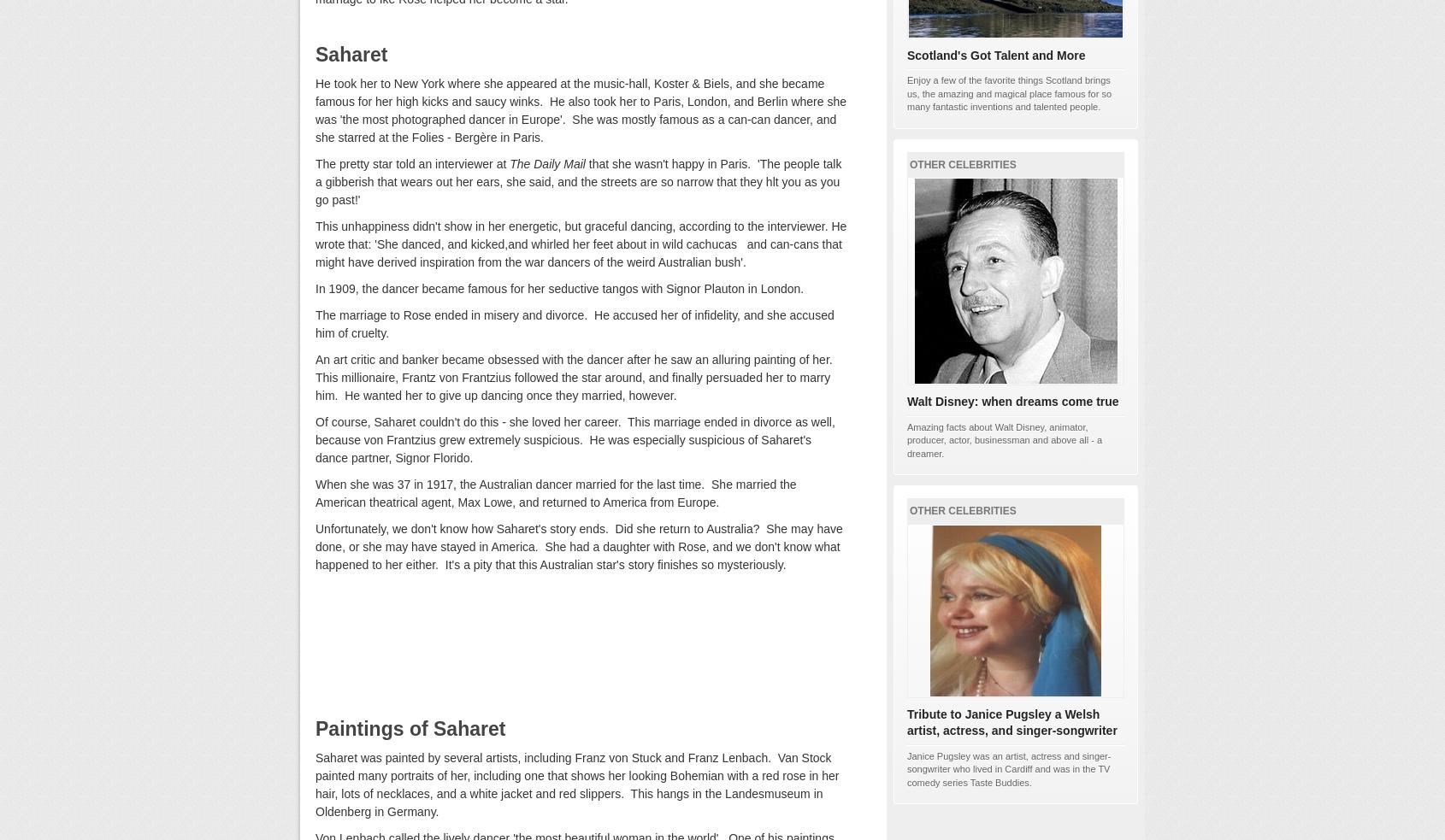 The height and width of the screenshot is (840, 1445). I want to click on 'Unfortunately, we don't know how Saharet's story ends.  Did she return to Australia?  She may have done, or she may have stayed in America.  She had a daughter with Rose, and we don't know what happened to her either.  It's a pity that this Australian star's story finishes so mysteriously.', so click(578, 546).